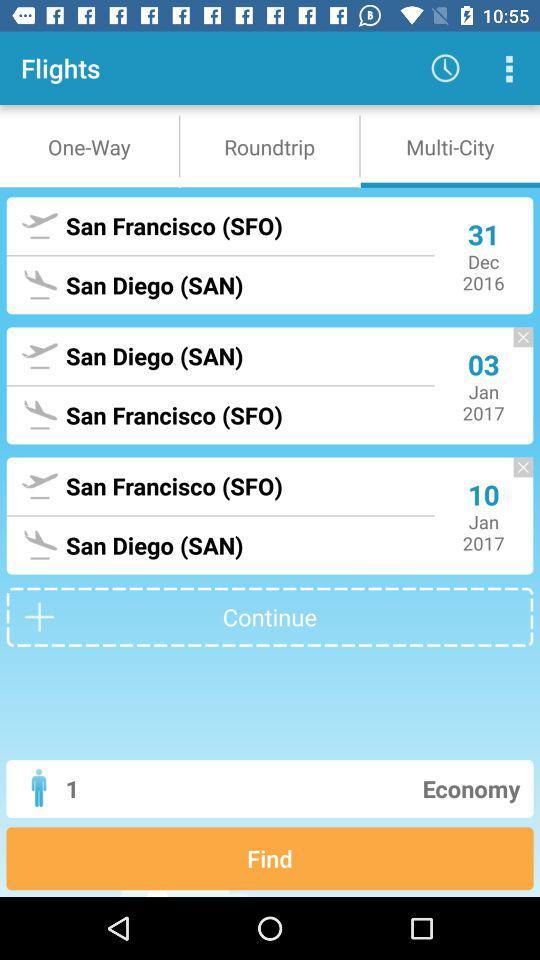 This screenshot has height=960, width=540. I want to click on delete suggested trip, so click(513, 347).